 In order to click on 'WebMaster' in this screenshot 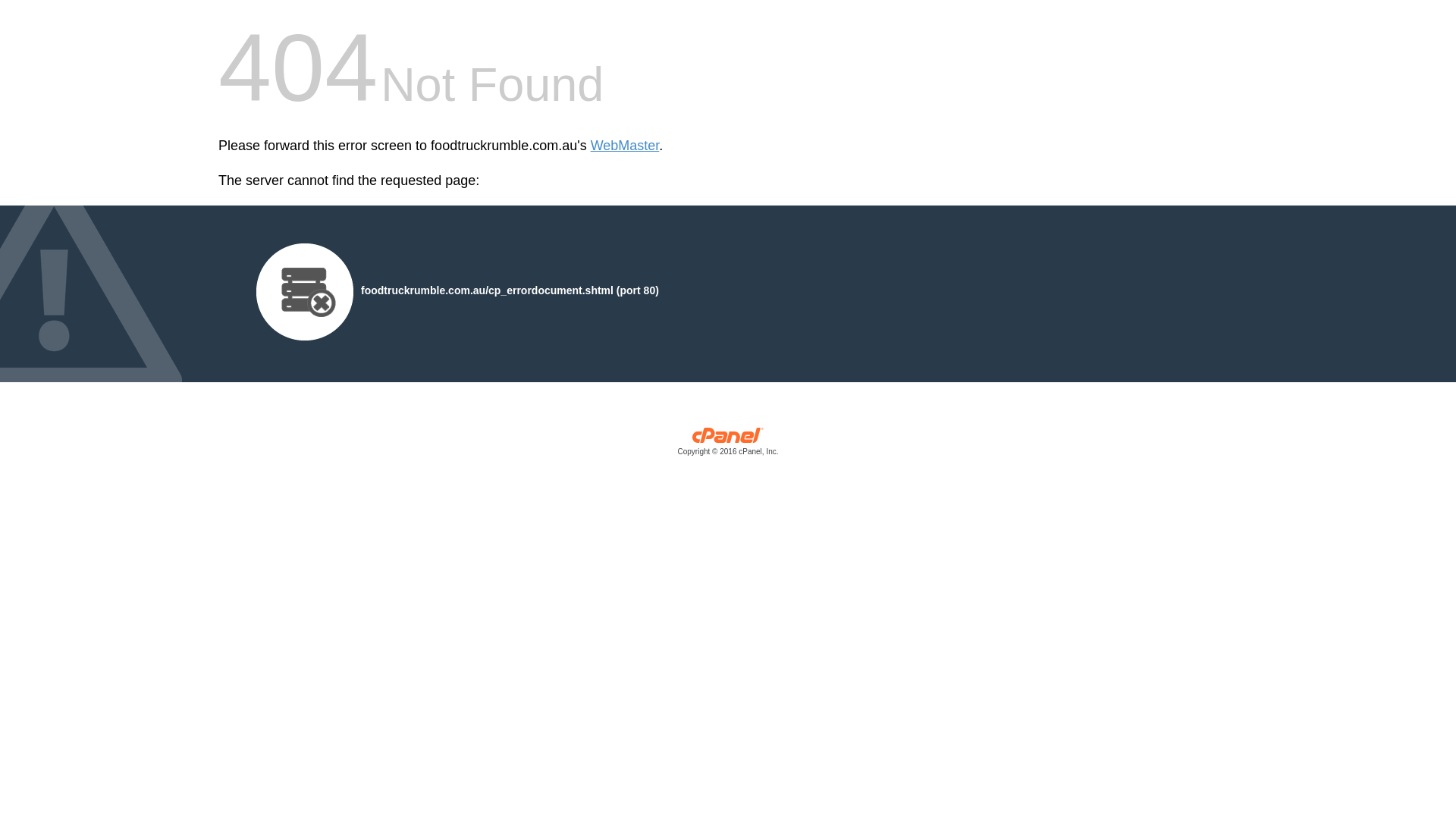, I will do `click(625, 146)`.